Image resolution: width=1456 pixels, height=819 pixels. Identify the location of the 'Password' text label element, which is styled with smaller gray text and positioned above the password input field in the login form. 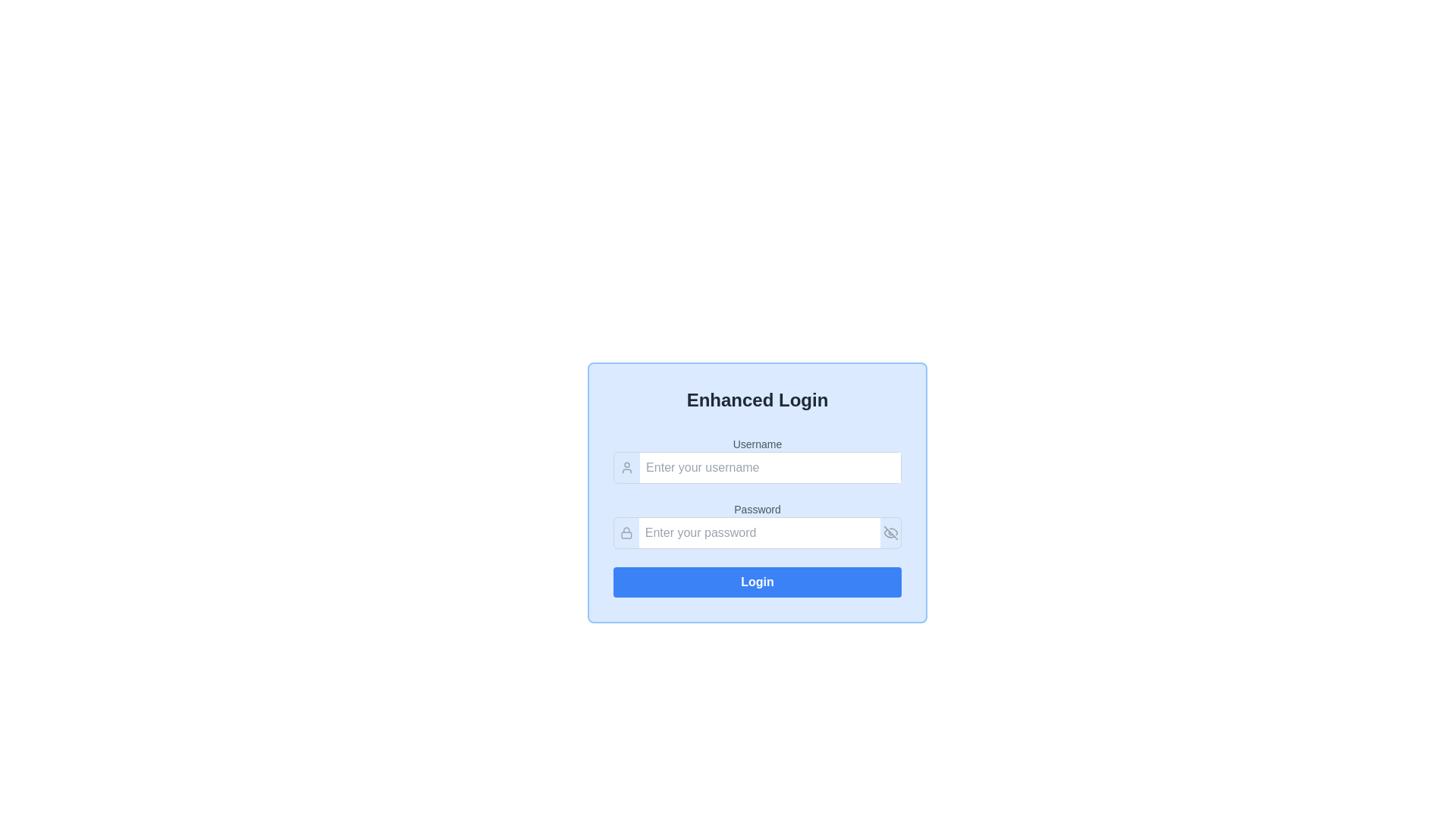
(757, 509).